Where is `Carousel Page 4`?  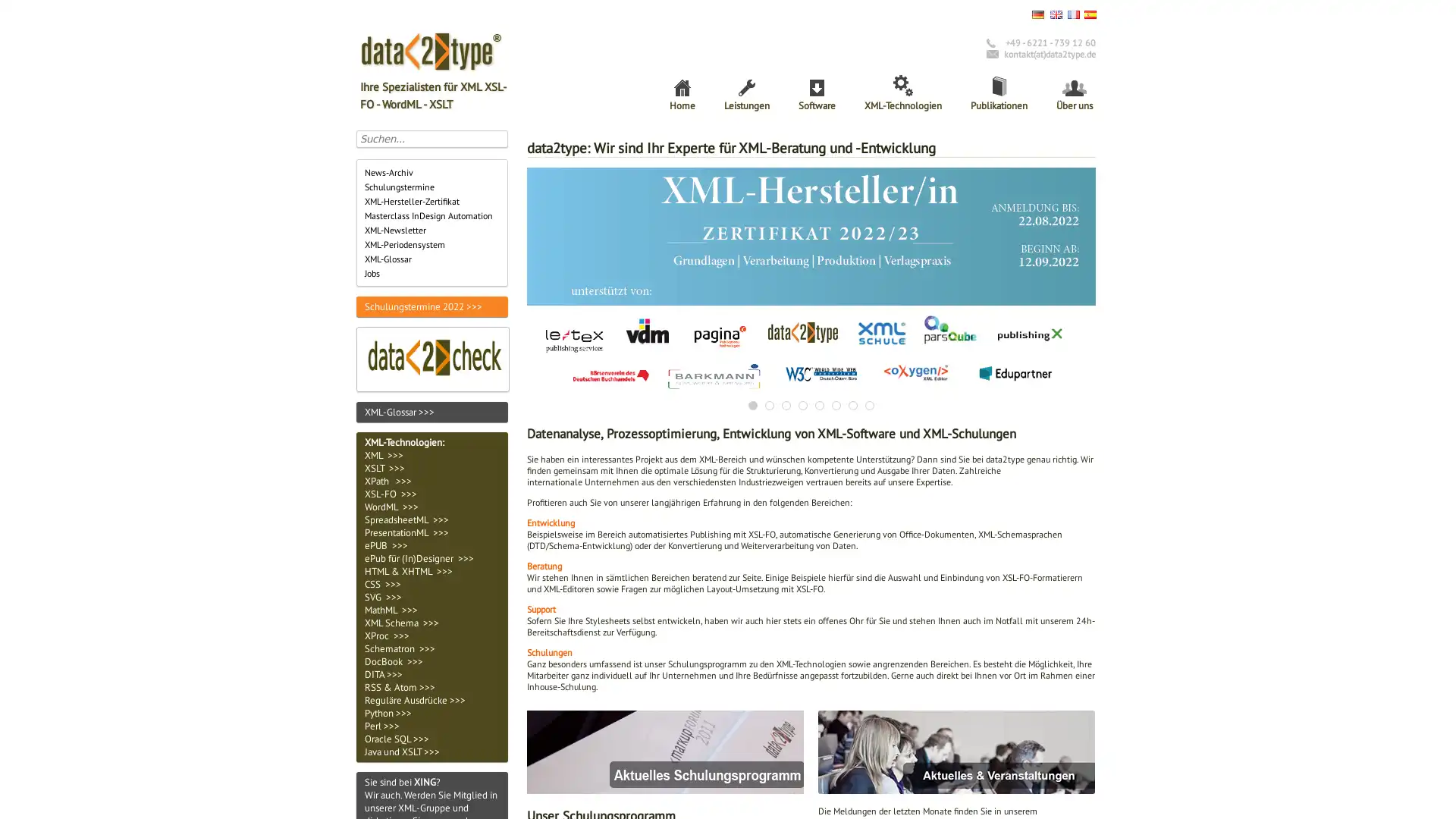
Carousel Page 4 is located at coordinates (802, 403).